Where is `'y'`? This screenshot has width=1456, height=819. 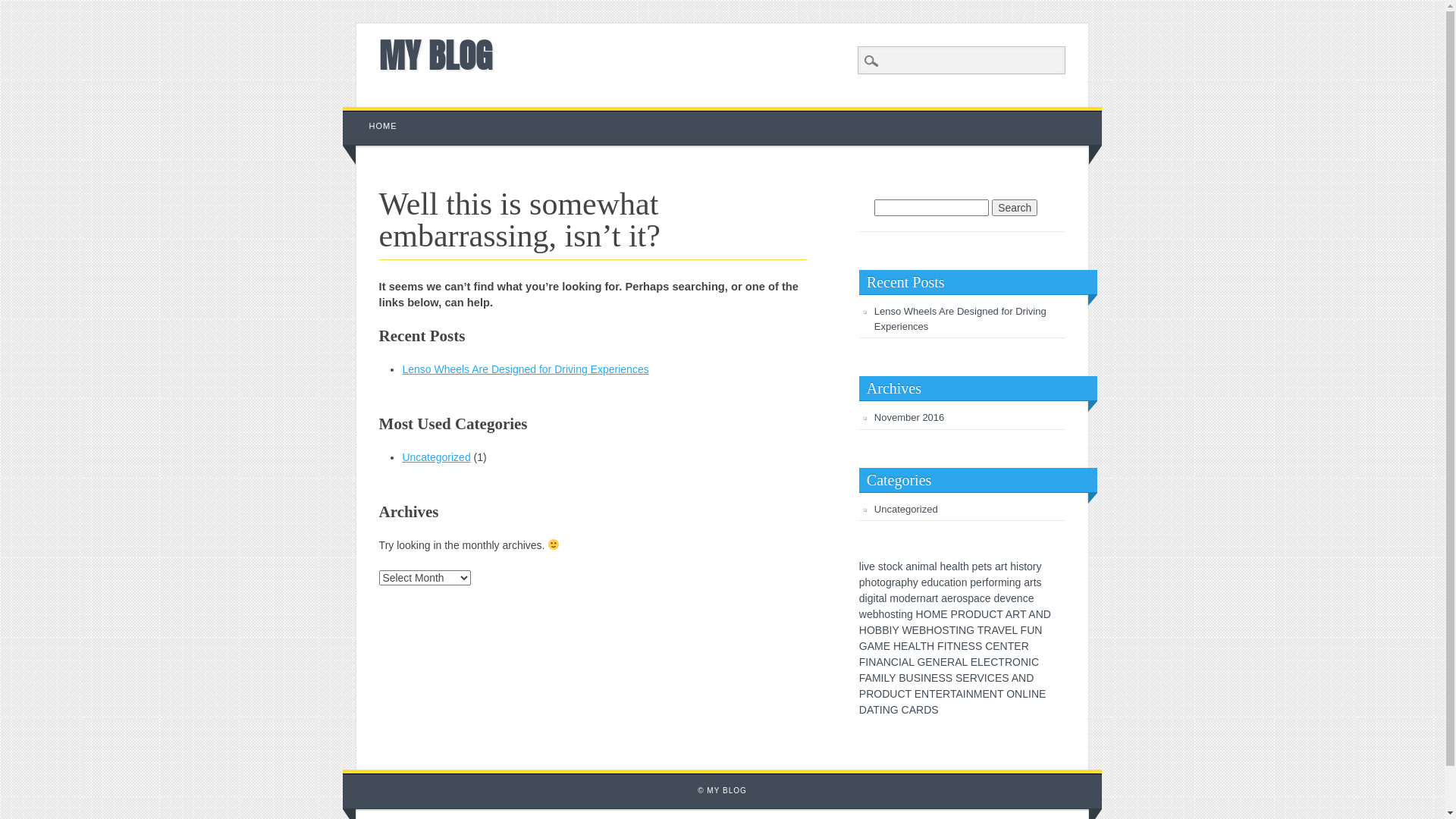
'y' is located at coordinates (1038, 566).